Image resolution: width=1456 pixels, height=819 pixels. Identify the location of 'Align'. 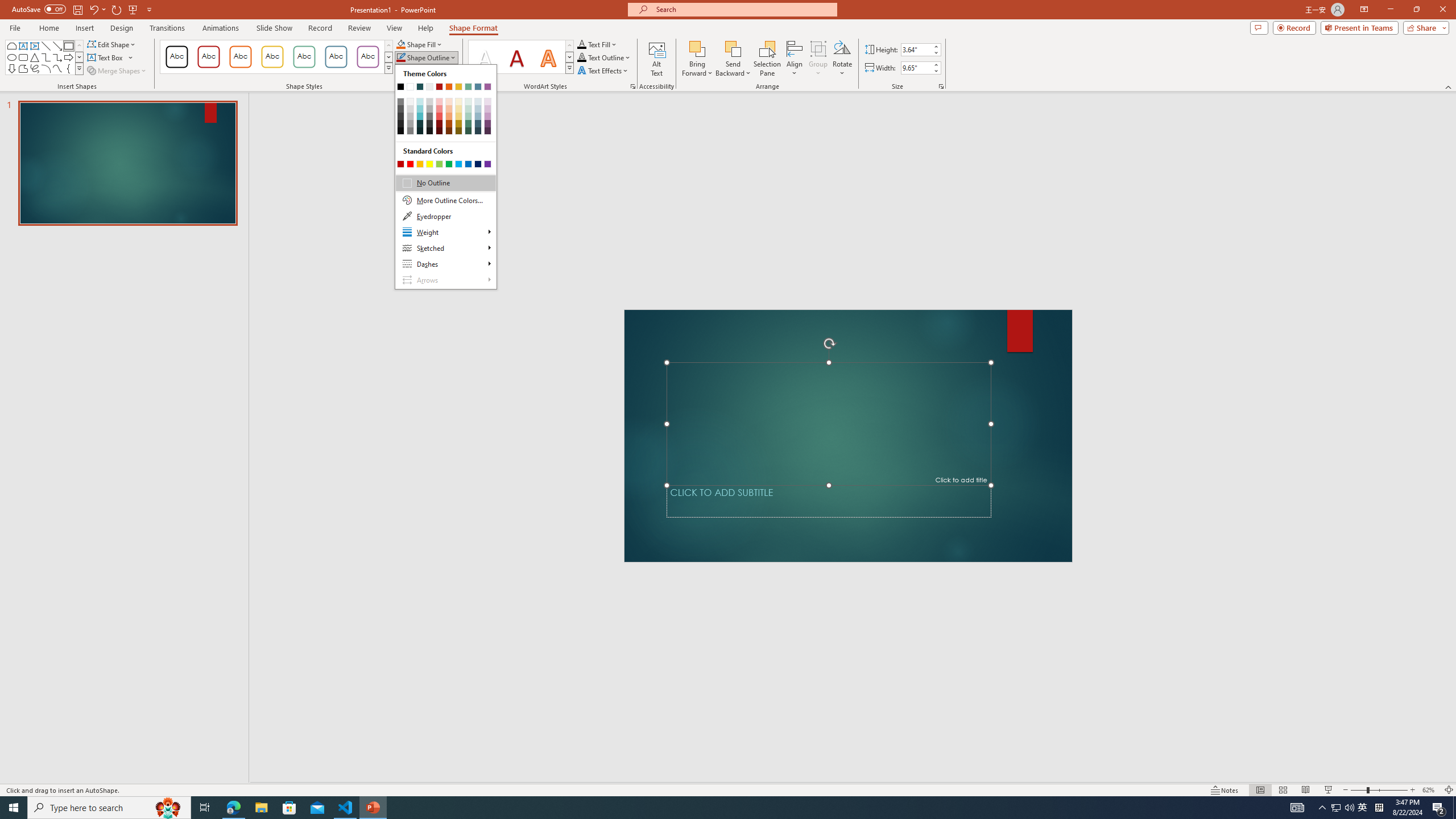
(795, 59).